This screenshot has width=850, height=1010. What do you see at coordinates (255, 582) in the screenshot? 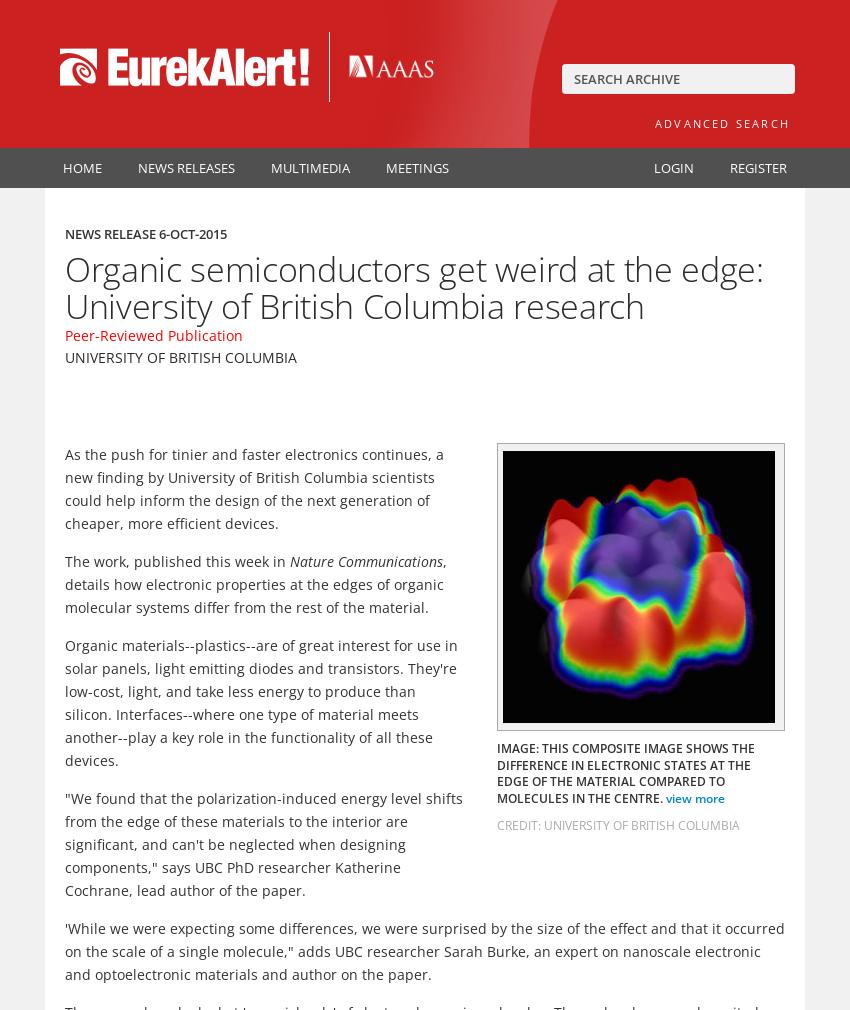
I see `', details how electronic properties at the edges of organic molecular systems differ from the rest of the material.'` at bounding box center [255, 582].